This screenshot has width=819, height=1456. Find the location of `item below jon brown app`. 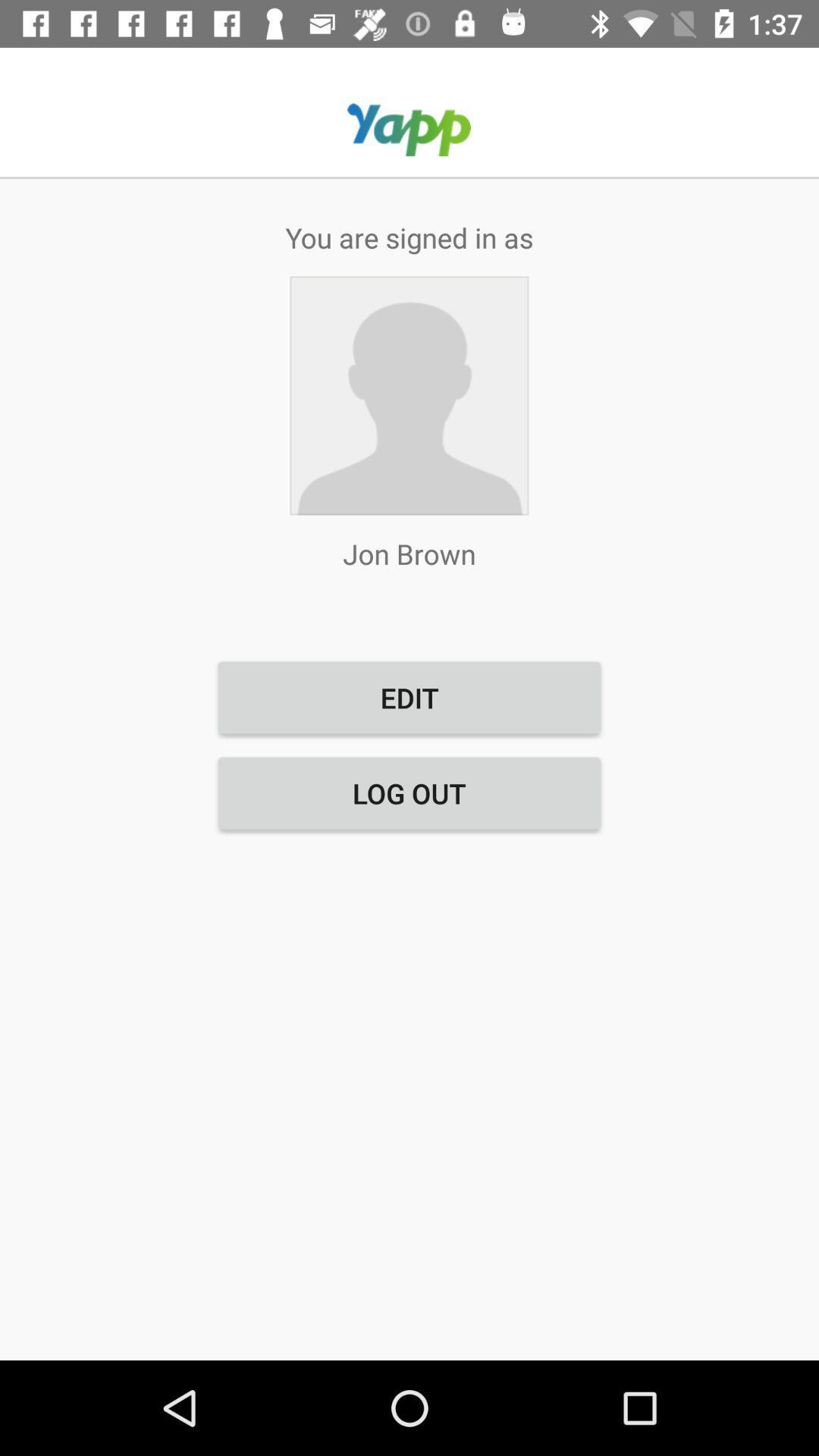

item below jon brown app is located at coordinates (409, 697).